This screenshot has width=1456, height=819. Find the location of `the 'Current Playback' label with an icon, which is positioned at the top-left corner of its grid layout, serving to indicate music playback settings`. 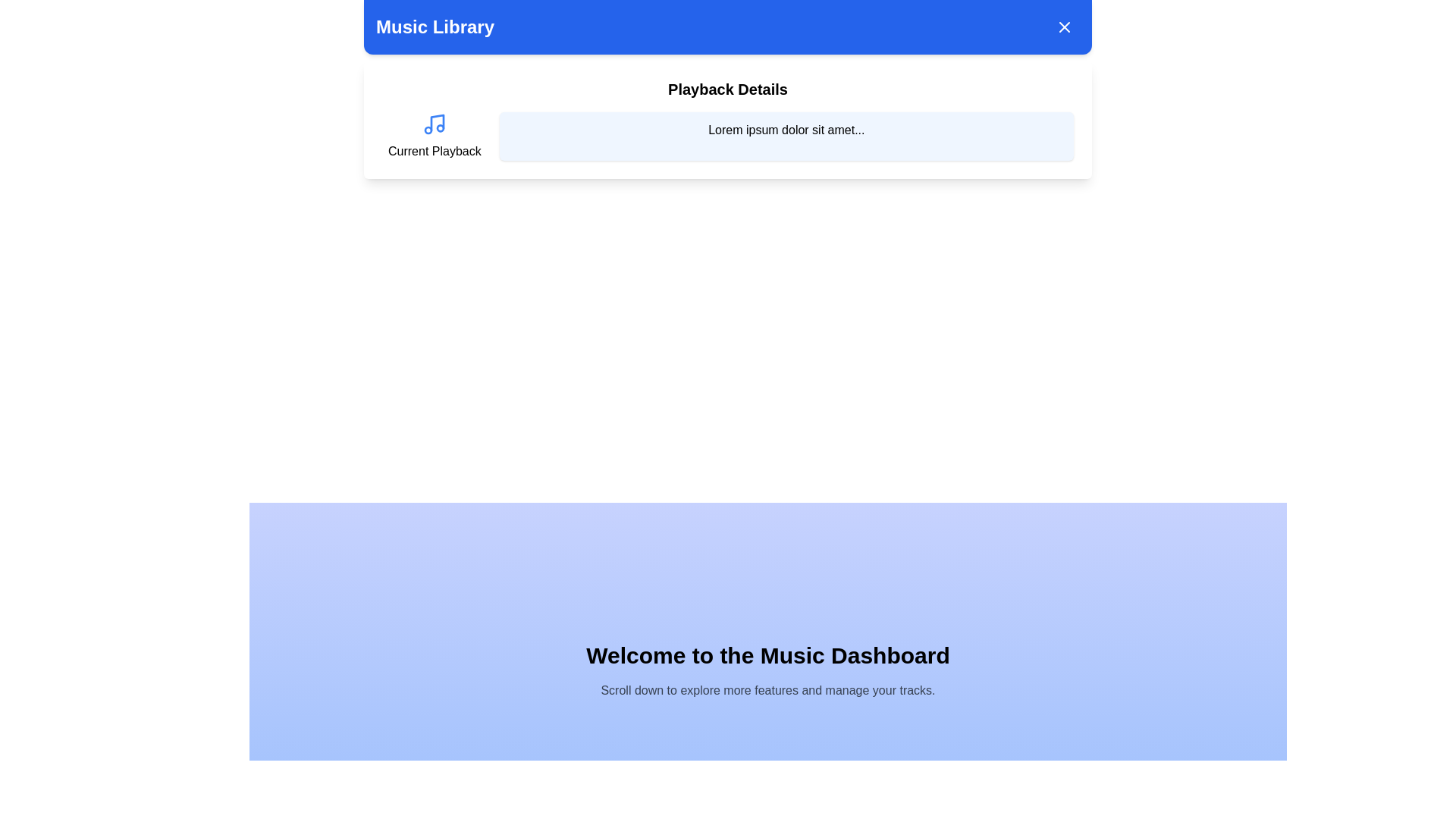

the 'Current Playback' label with an icon, which is positioned at the top-left corner of its grid layout, serving to indicate music playback settings is located at coordinates (434, 136).